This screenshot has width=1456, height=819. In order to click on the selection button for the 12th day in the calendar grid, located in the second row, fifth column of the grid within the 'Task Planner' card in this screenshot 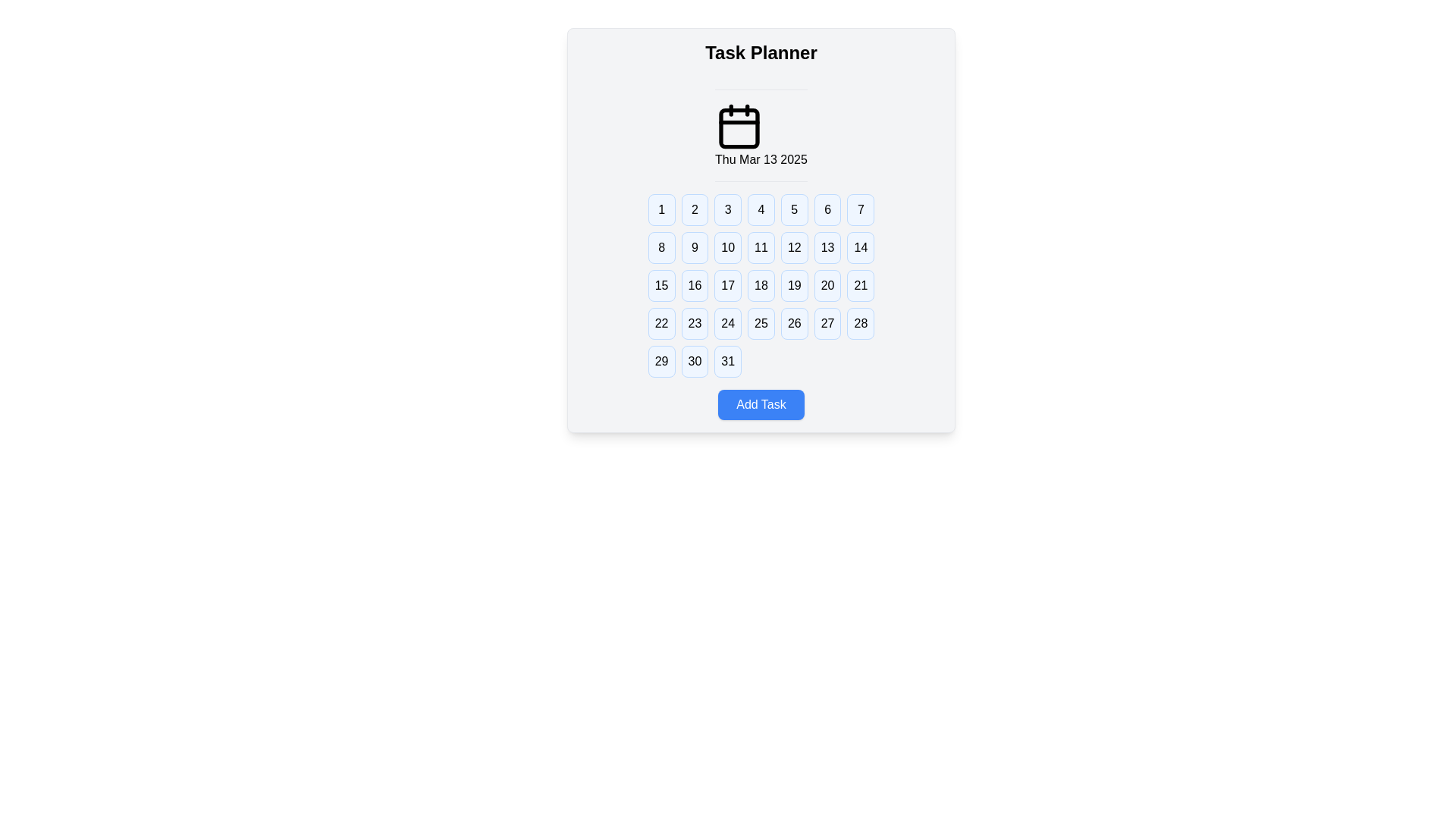, I will do `click(793, 247)`.